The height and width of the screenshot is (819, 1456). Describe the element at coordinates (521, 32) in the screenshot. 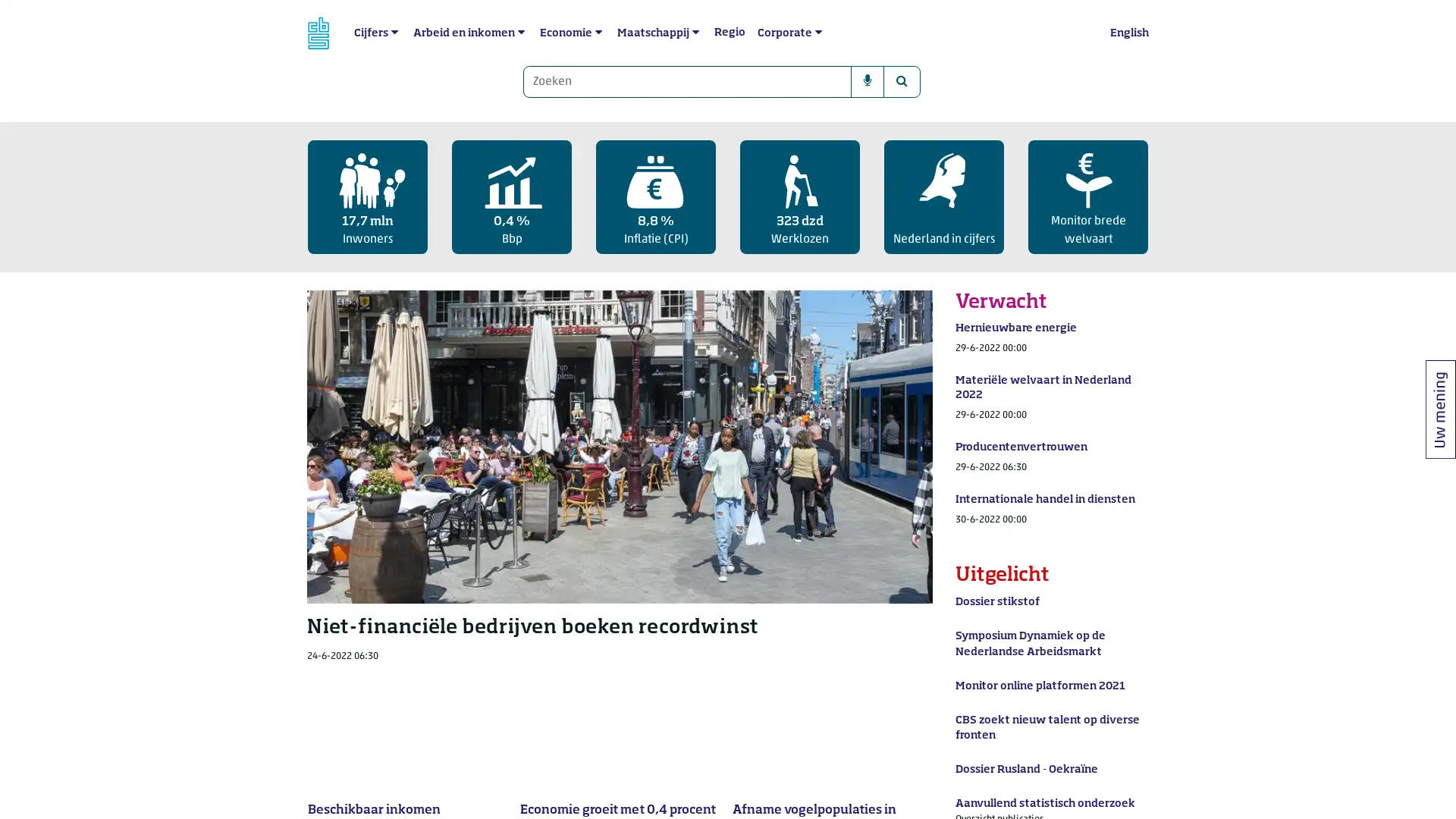

I see `submenu Arbeid en inkomen` at that location.